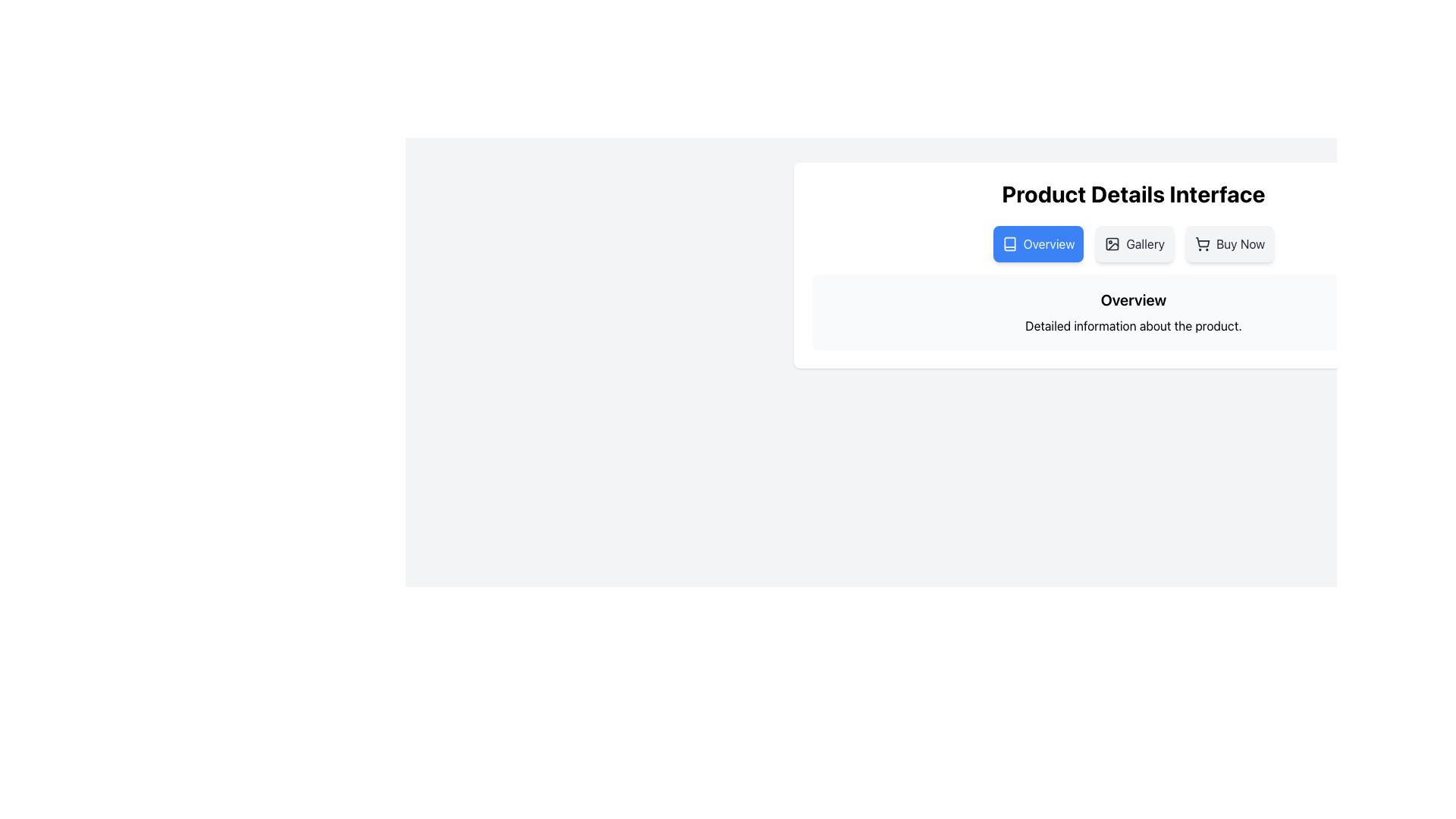 Image resolution: width=1456 pixels, height=819 pixels. What do you see at coordinates (1037, 243) in the screenshot?
I see `the 'Overview' button, which is a rectangular button with a blue background and white text displaying 'Overview' accompanied by a book icon, located in the top-right corner of the interface` at bounding box center [1037, 243].